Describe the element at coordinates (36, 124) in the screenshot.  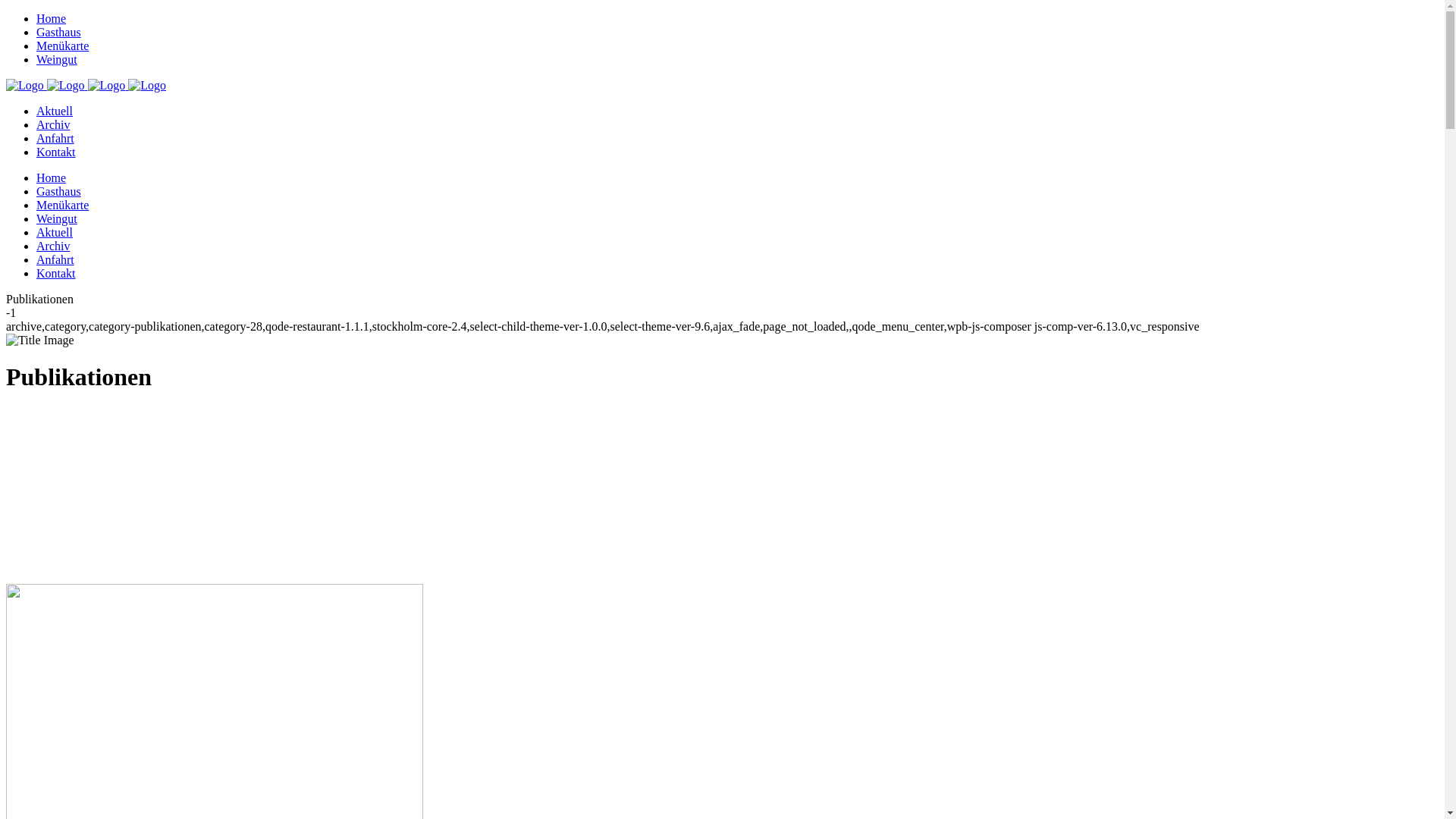
I see `'Archiv'` at that location.